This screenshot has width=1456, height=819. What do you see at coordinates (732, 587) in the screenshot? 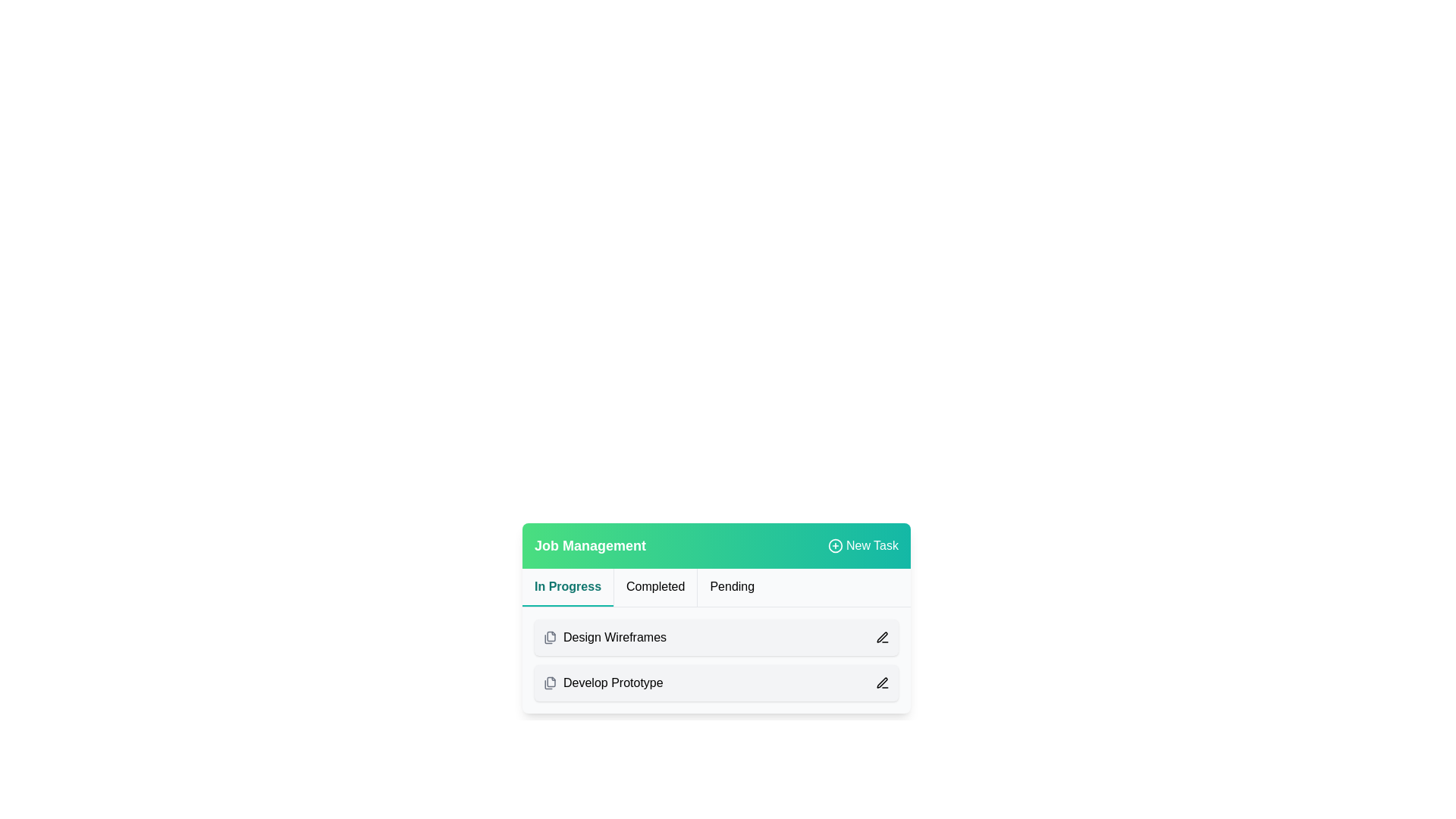
I see `the 'Pending' label, which is the rightmost in a group of three labels under the 'Job Management' component` at bounding box center [732, 587].